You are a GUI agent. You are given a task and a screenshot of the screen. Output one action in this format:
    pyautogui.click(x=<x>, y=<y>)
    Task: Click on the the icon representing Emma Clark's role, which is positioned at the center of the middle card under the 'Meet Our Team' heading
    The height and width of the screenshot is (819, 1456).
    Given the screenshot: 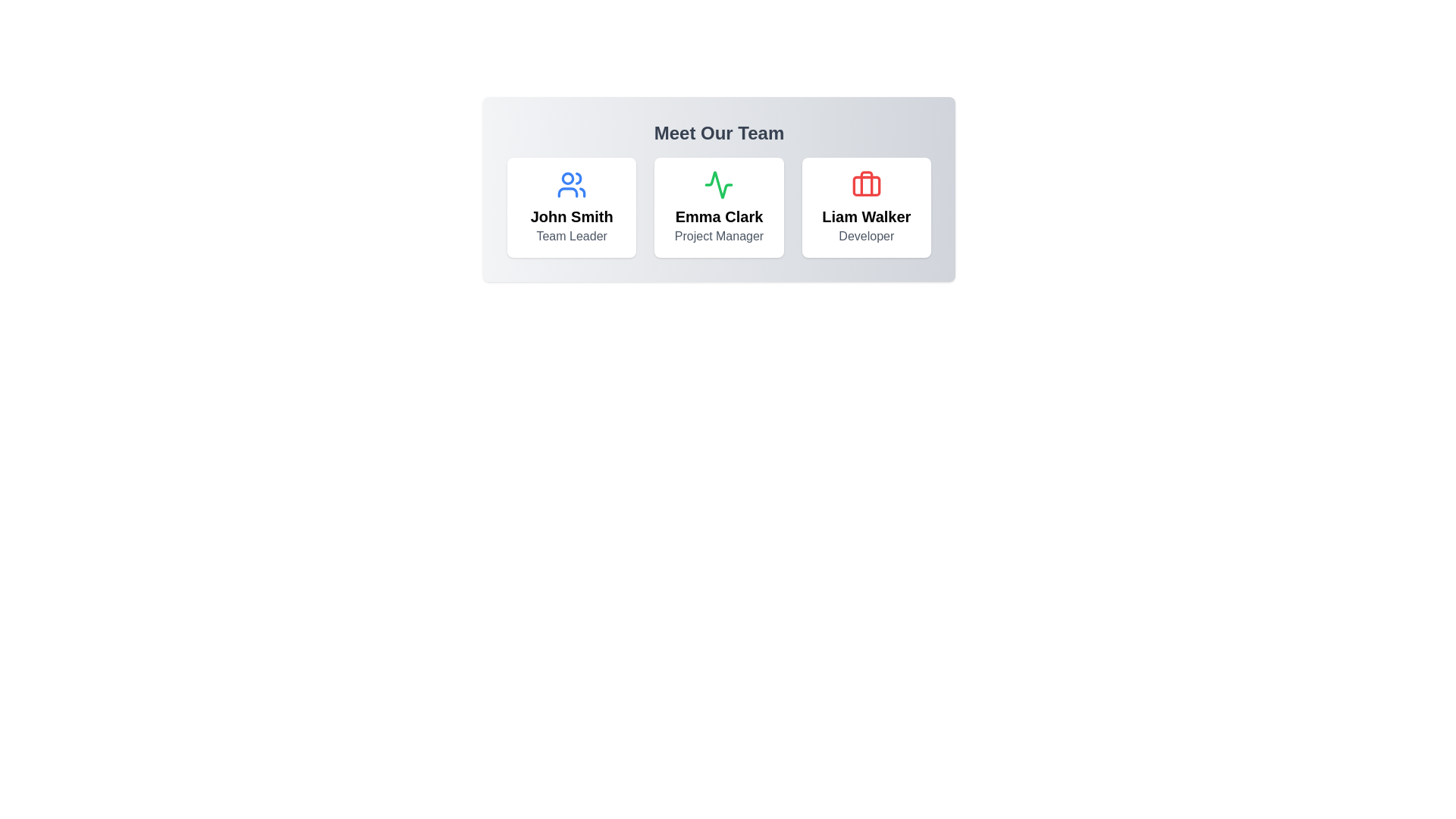 What is the action you would take?
    pyautogui.click(x=718, y=184)
    